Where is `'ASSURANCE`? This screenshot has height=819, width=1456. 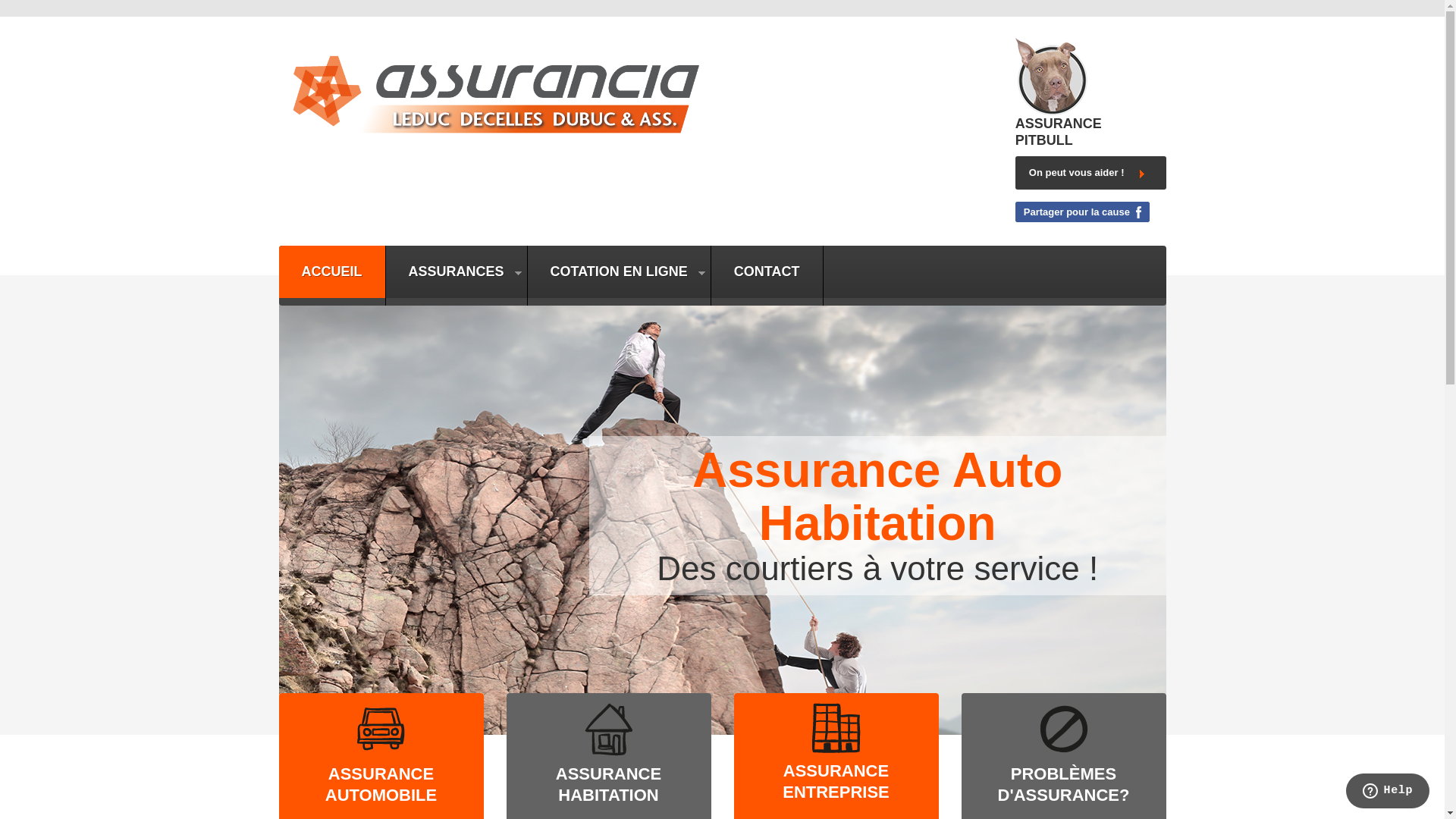 'ASSURANCE is located at coordinates (835, 781).